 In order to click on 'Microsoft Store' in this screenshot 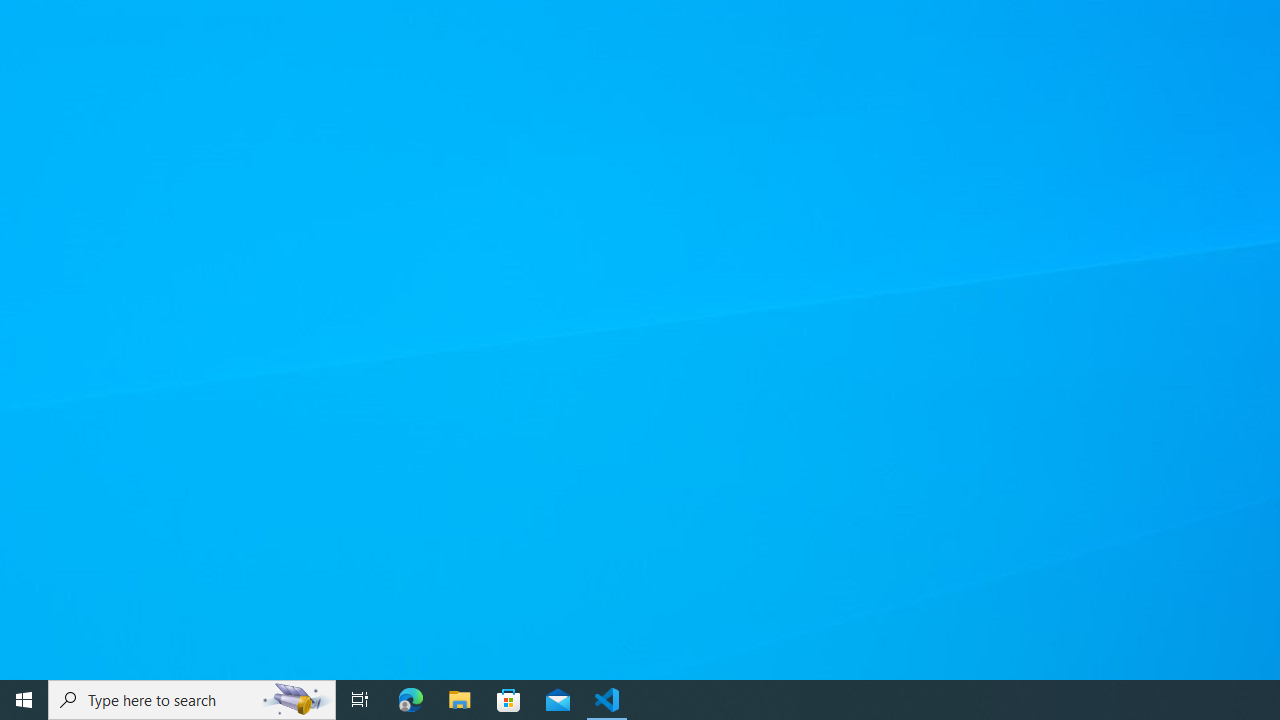, I will do `click(509, 698)`.